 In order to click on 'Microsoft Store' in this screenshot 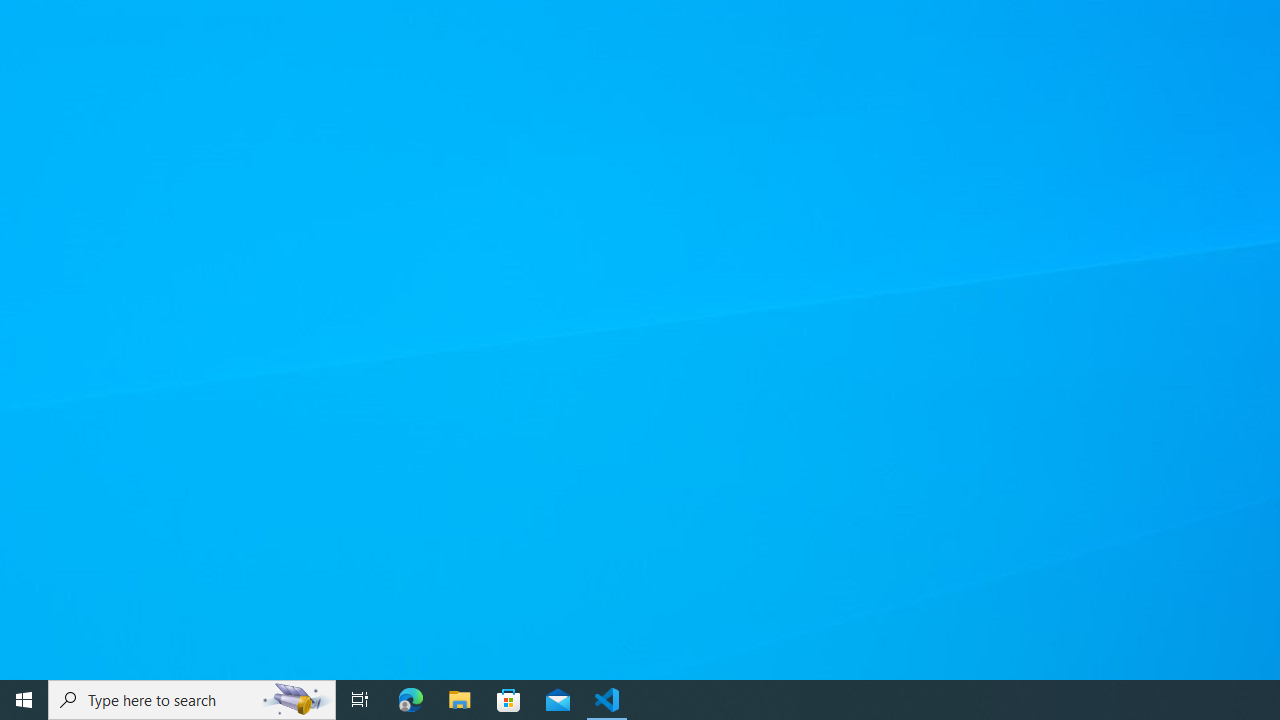, I will do `click(509, 698)`.